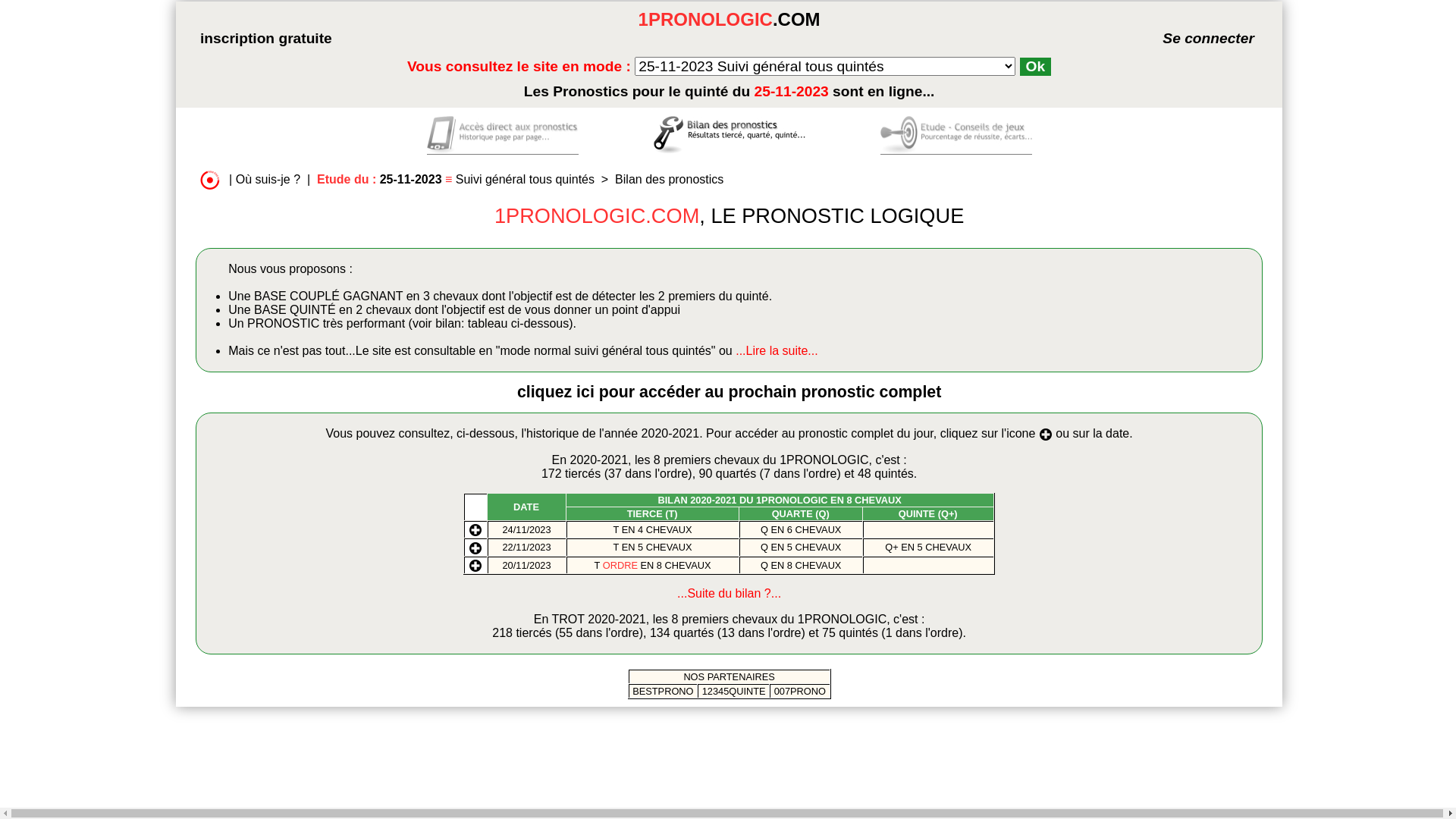 The image size is (1456, 819). I want to click on ' 007PRONO ', so click(799, 691).